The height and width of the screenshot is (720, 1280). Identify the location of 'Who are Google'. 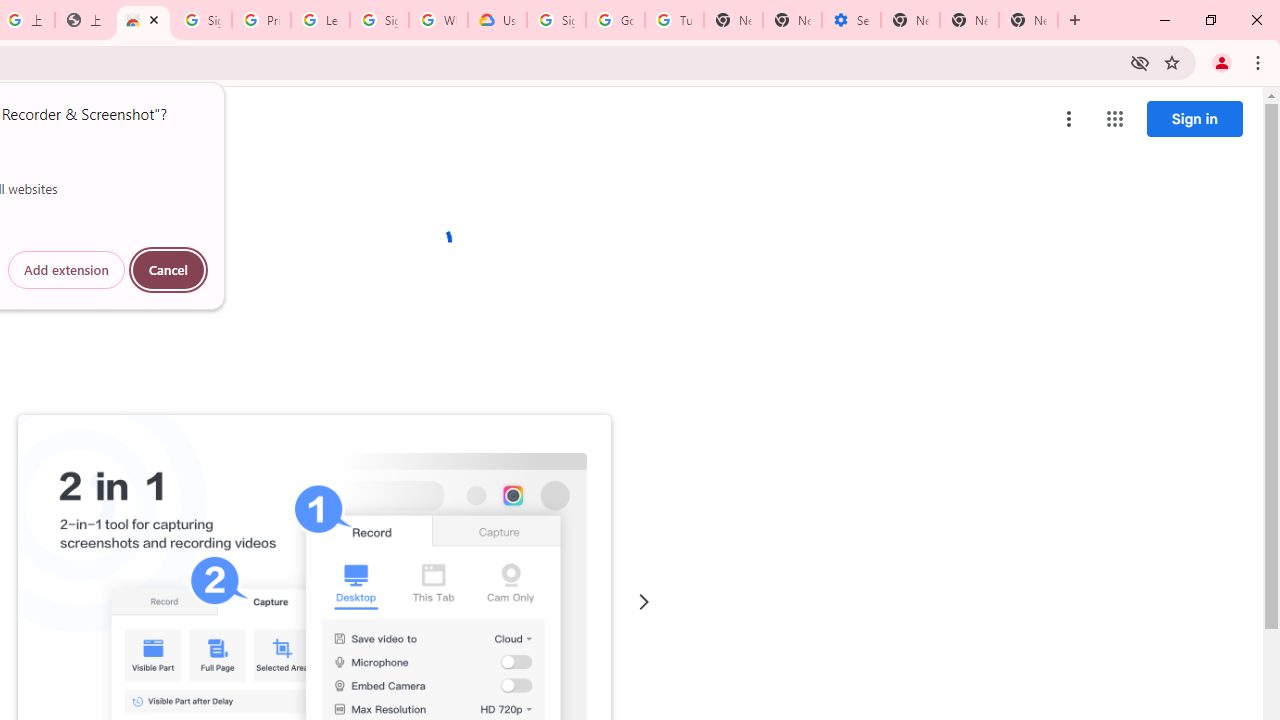
(437, 20).